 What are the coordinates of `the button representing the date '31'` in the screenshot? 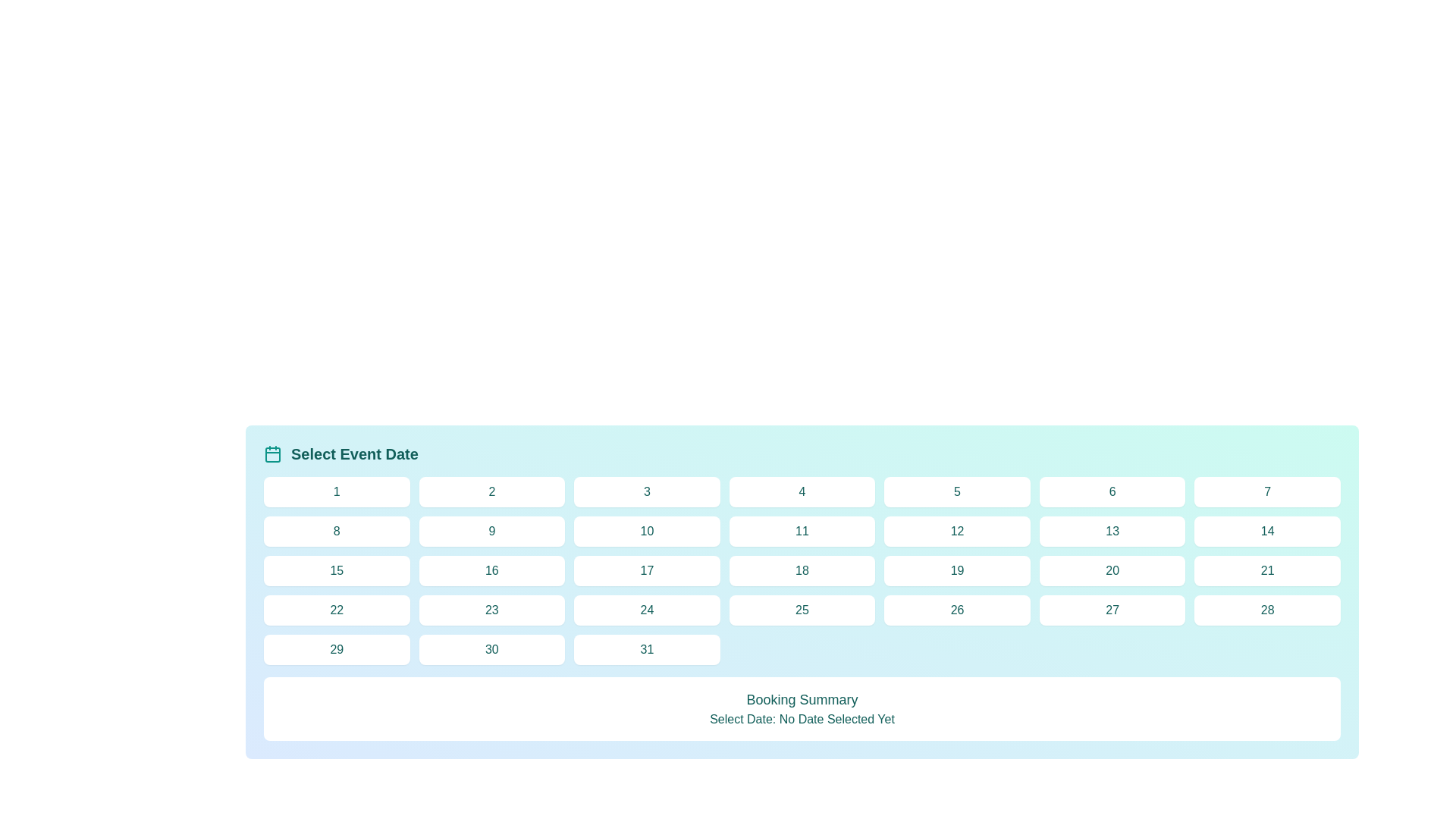 It's located at (647, 648).